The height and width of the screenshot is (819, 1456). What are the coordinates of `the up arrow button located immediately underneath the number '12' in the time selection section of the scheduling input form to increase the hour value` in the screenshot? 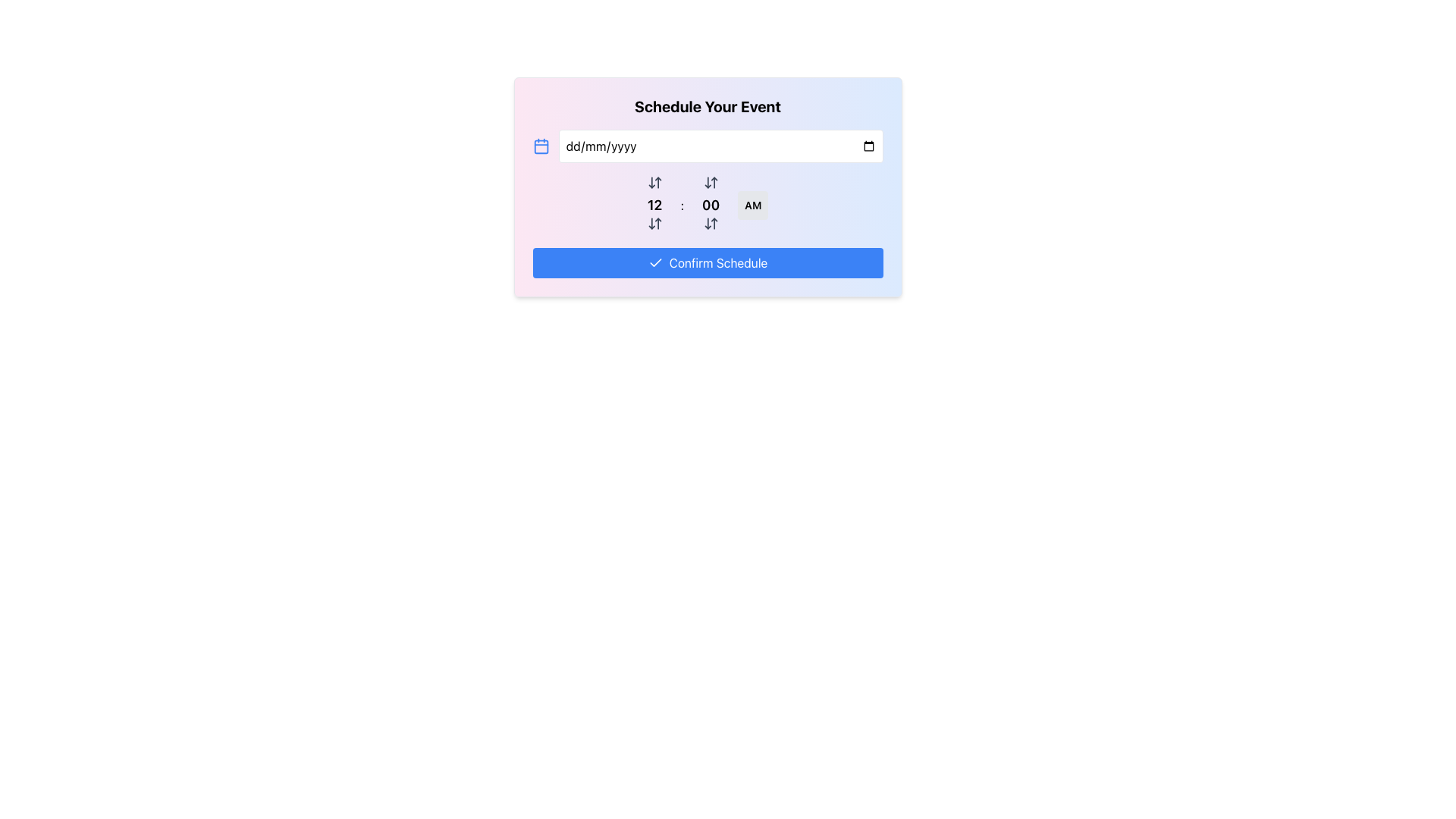 It's located at (654, 223).